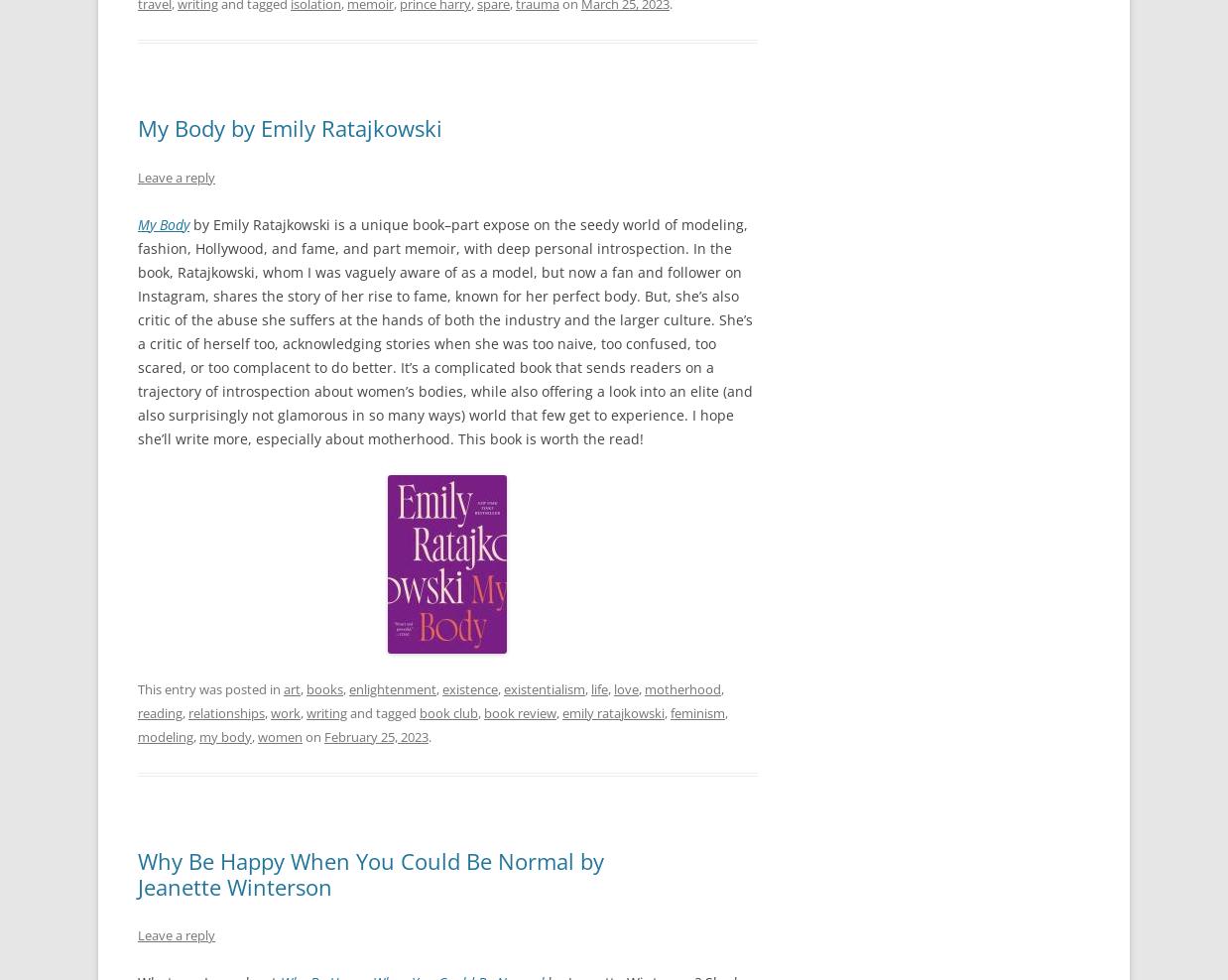 The width and height of the screenshot is (1228, 980). I want to click on 'feminism', so click(669, 711).